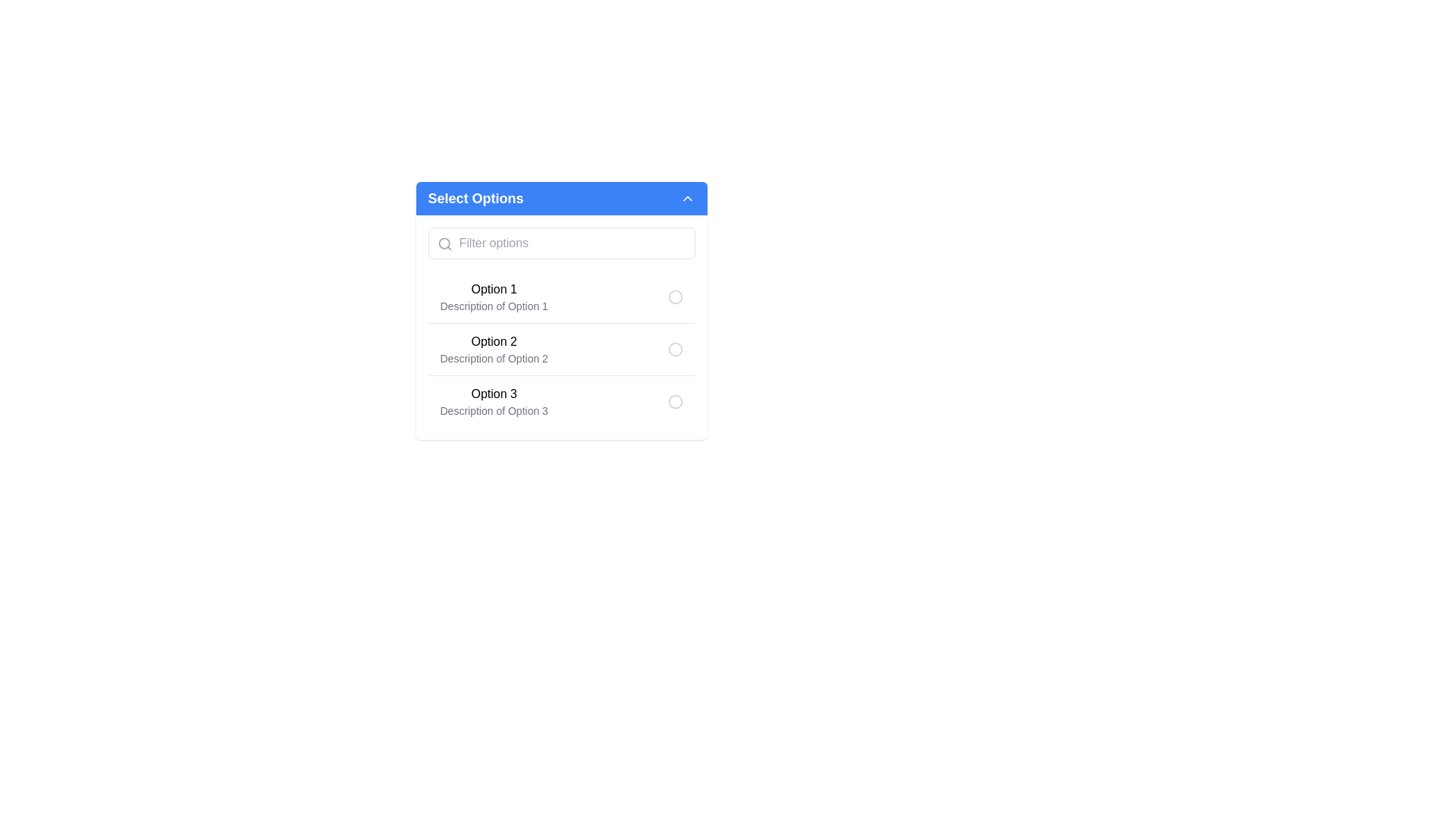 The height and width of the screenshot is (819, 1456). I want to click on the circular selection control (radio button) located to the right of the 'Option 1' text, so click(674, 297).